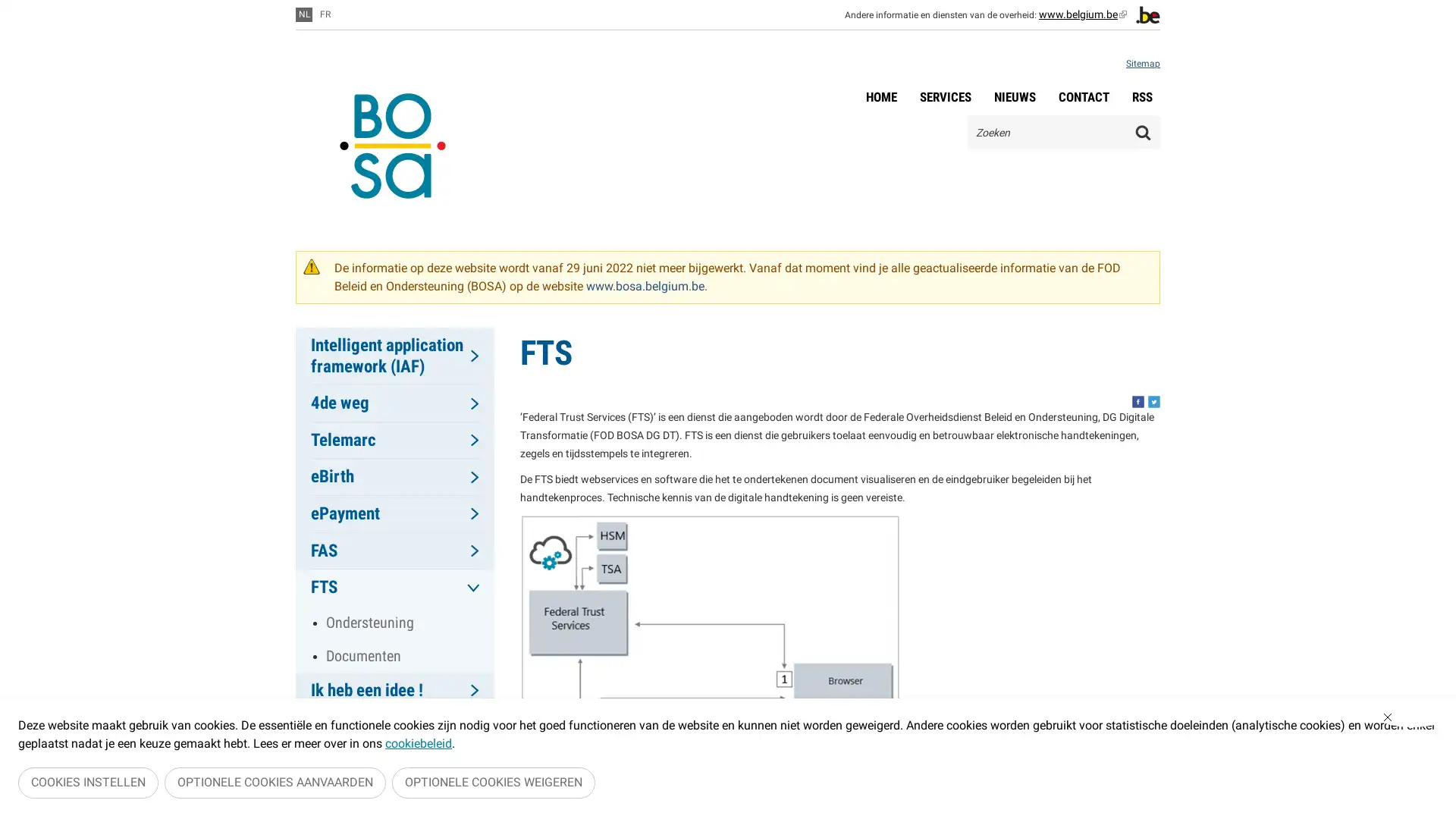  Describe the element at coordinates (87, 784) in the screenshot. I see `COOKIES INSTELLEN` at that location.